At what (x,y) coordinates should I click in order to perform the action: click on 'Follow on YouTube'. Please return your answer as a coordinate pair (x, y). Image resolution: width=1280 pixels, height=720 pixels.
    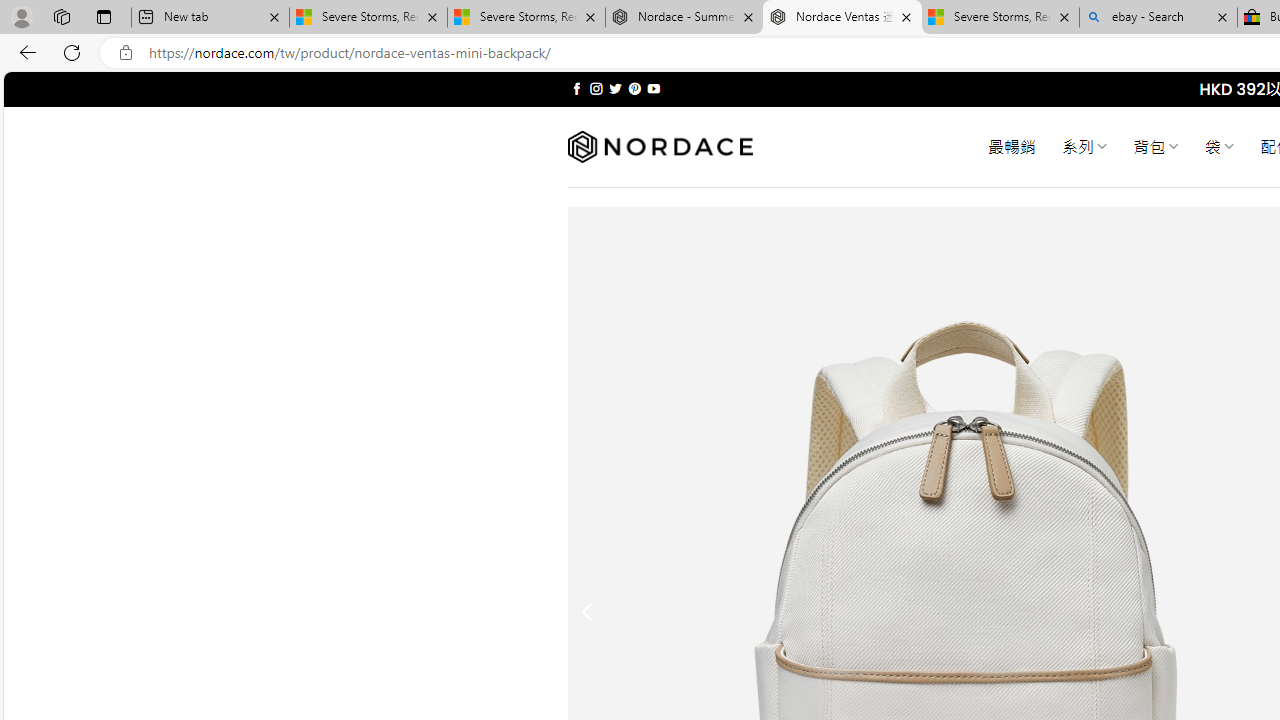
    Looking at the image, I should click on (653, 88).